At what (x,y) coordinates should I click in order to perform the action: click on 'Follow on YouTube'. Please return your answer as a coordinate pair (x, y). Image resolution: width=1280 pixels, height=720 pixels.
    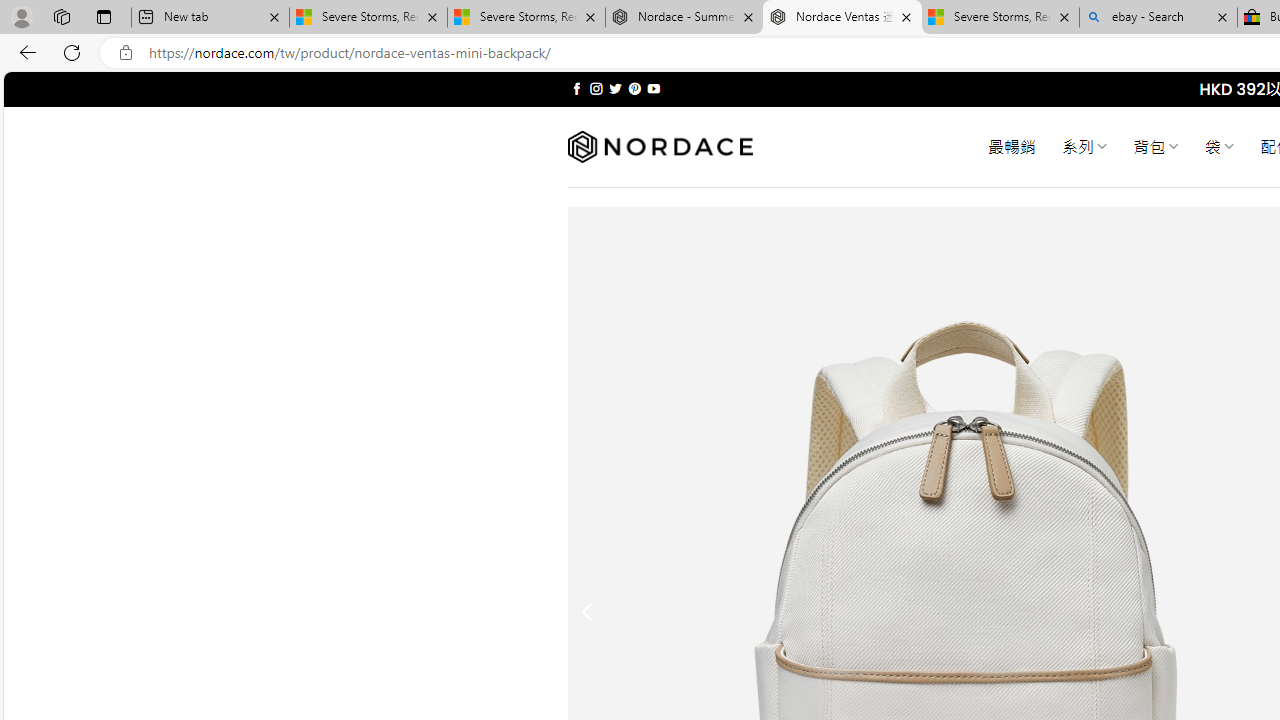
    Looking at the image, I should click on (653, 88).